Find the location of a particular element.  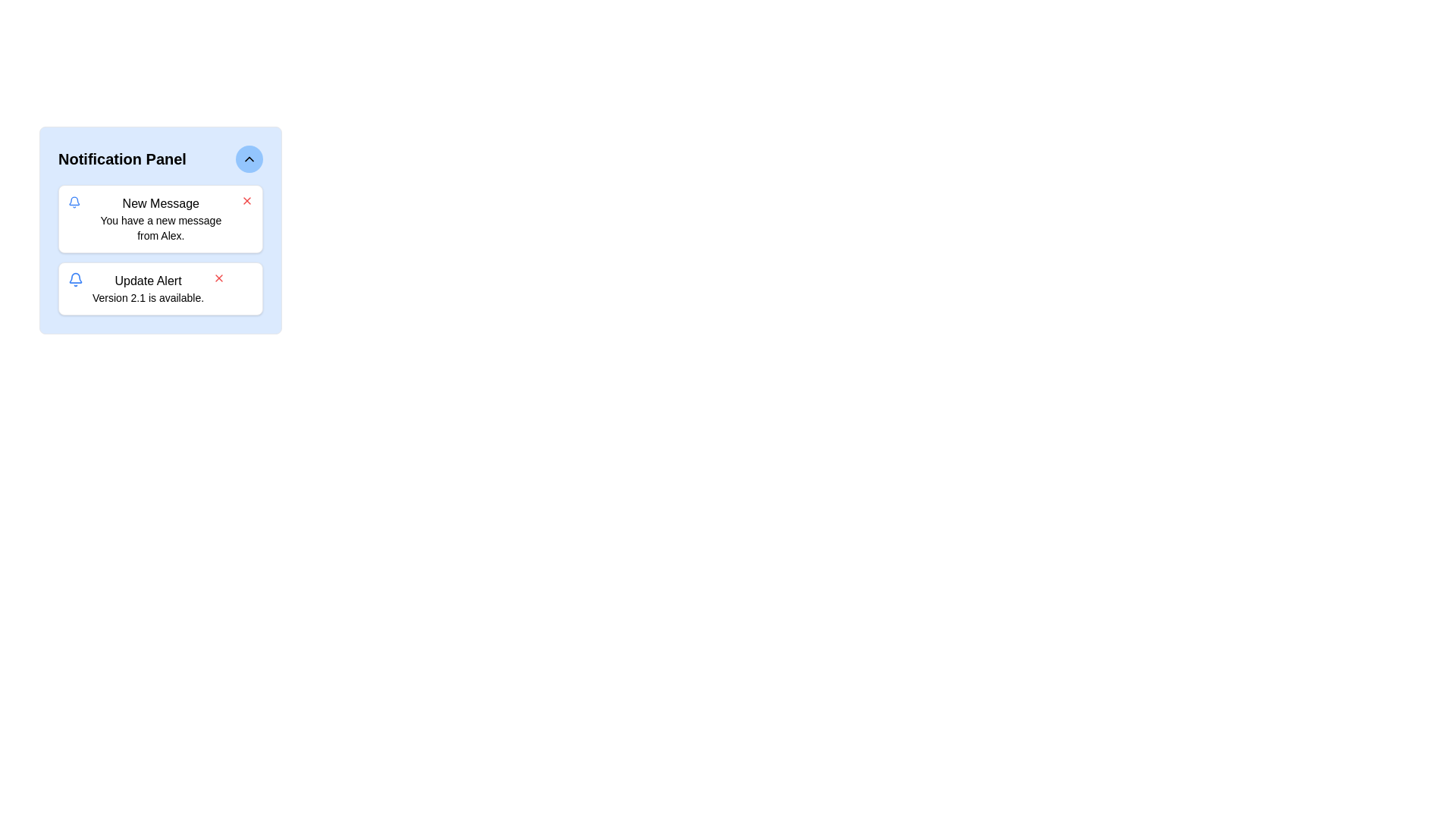

the circular blue button with a downward arrow icon located at the upper-right corner of the 'Notification Panel' is located at coordinates (249, 158).